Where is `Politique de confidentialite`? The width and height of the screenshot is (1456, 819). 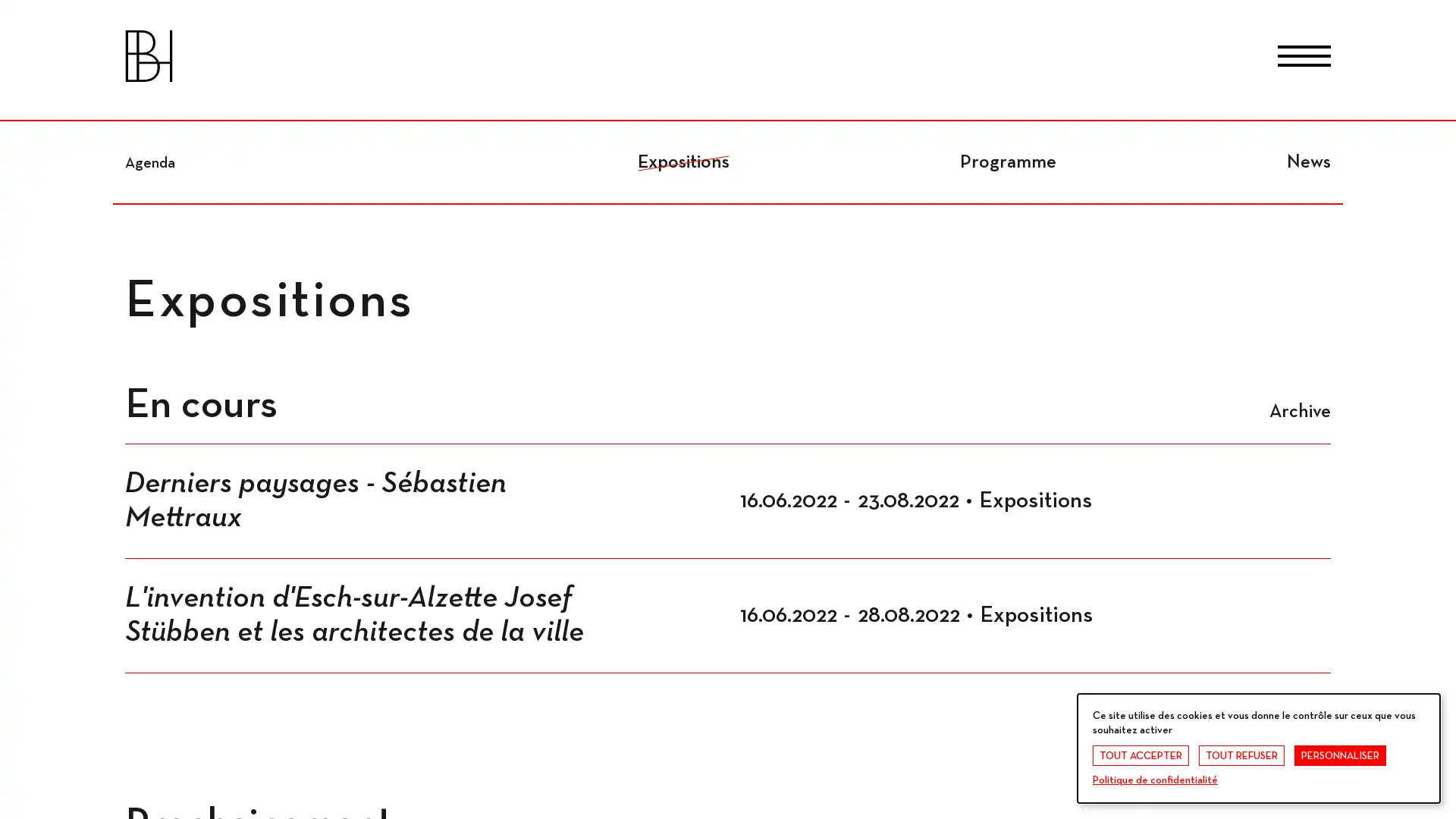 Politique de confidentialite is located at coordinates (1154, 780).